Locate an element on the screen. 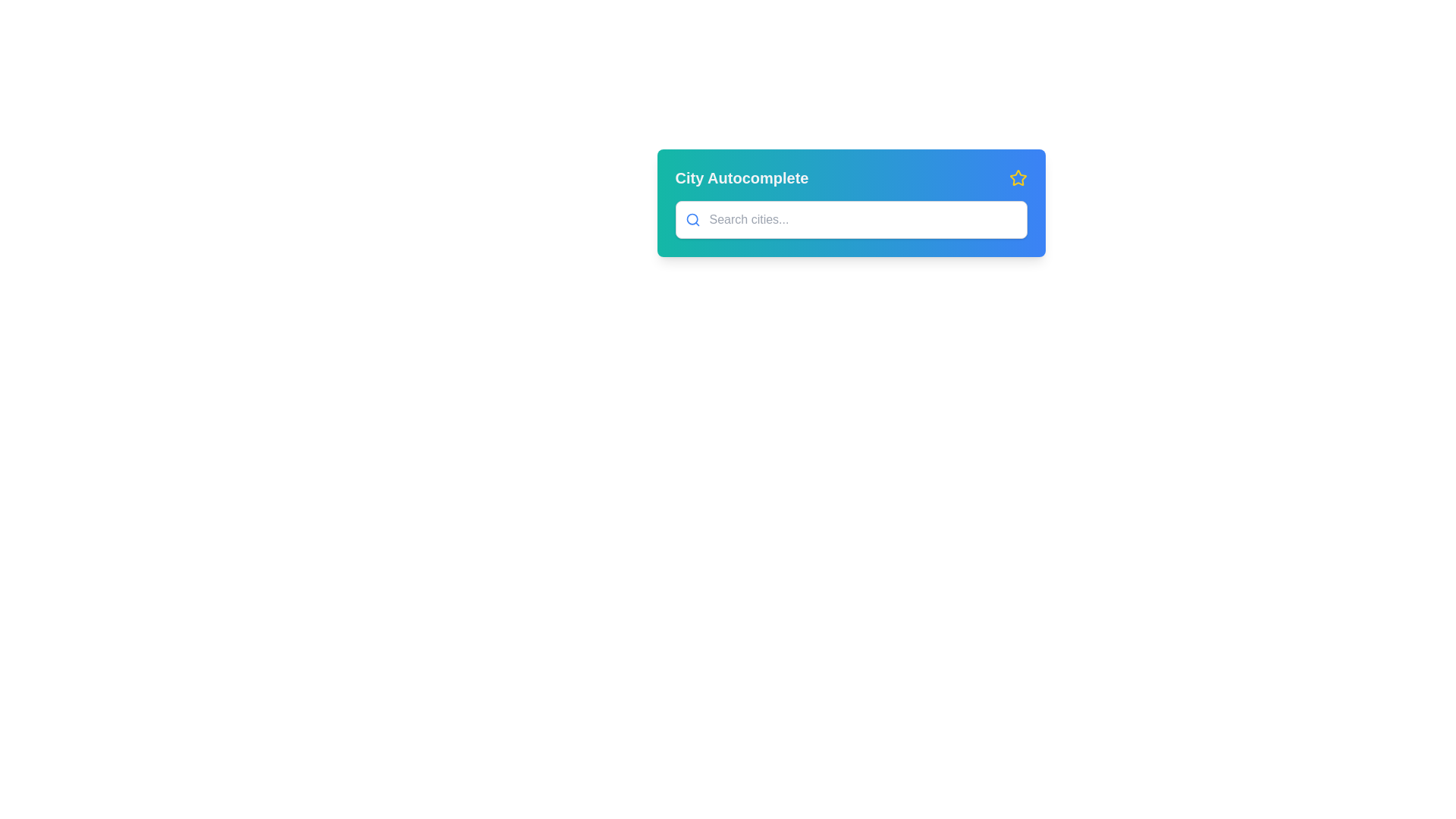  the star icon located at the top-right corner of the UI card, adjacent to 'City Autocomplete', to toggle its state is located at coordinates (1018, 177).